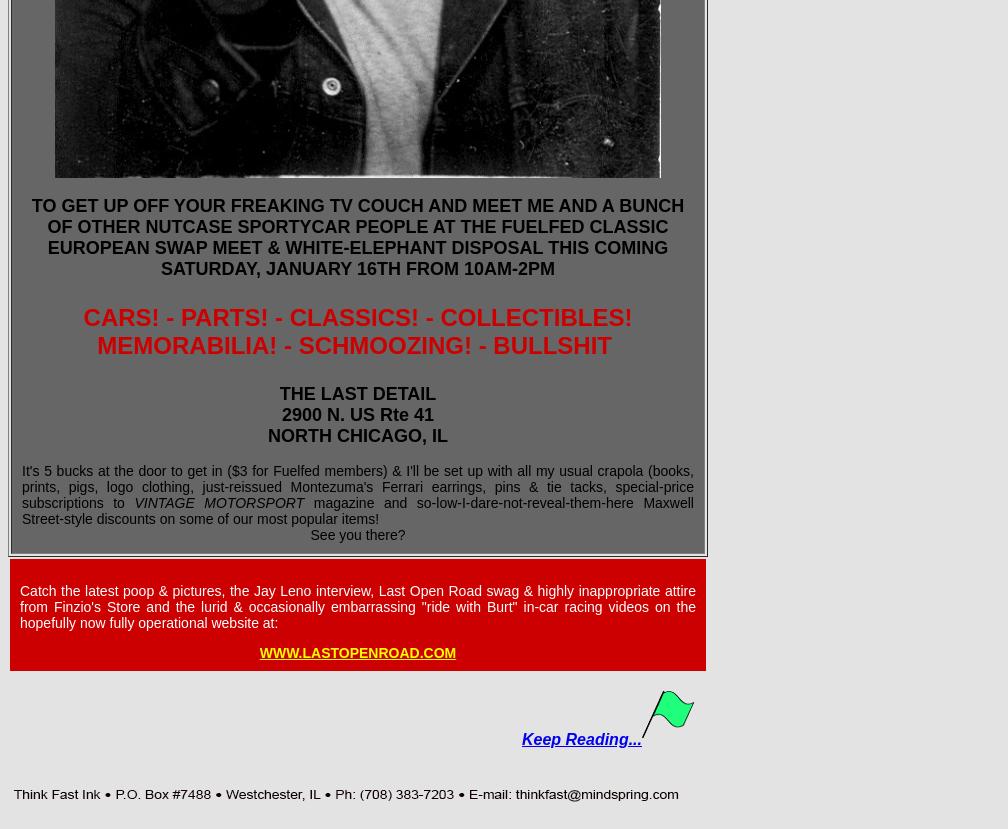 This screenshot has width=1008, height=829. I want to click on 'See you there?', so click(357, 535).